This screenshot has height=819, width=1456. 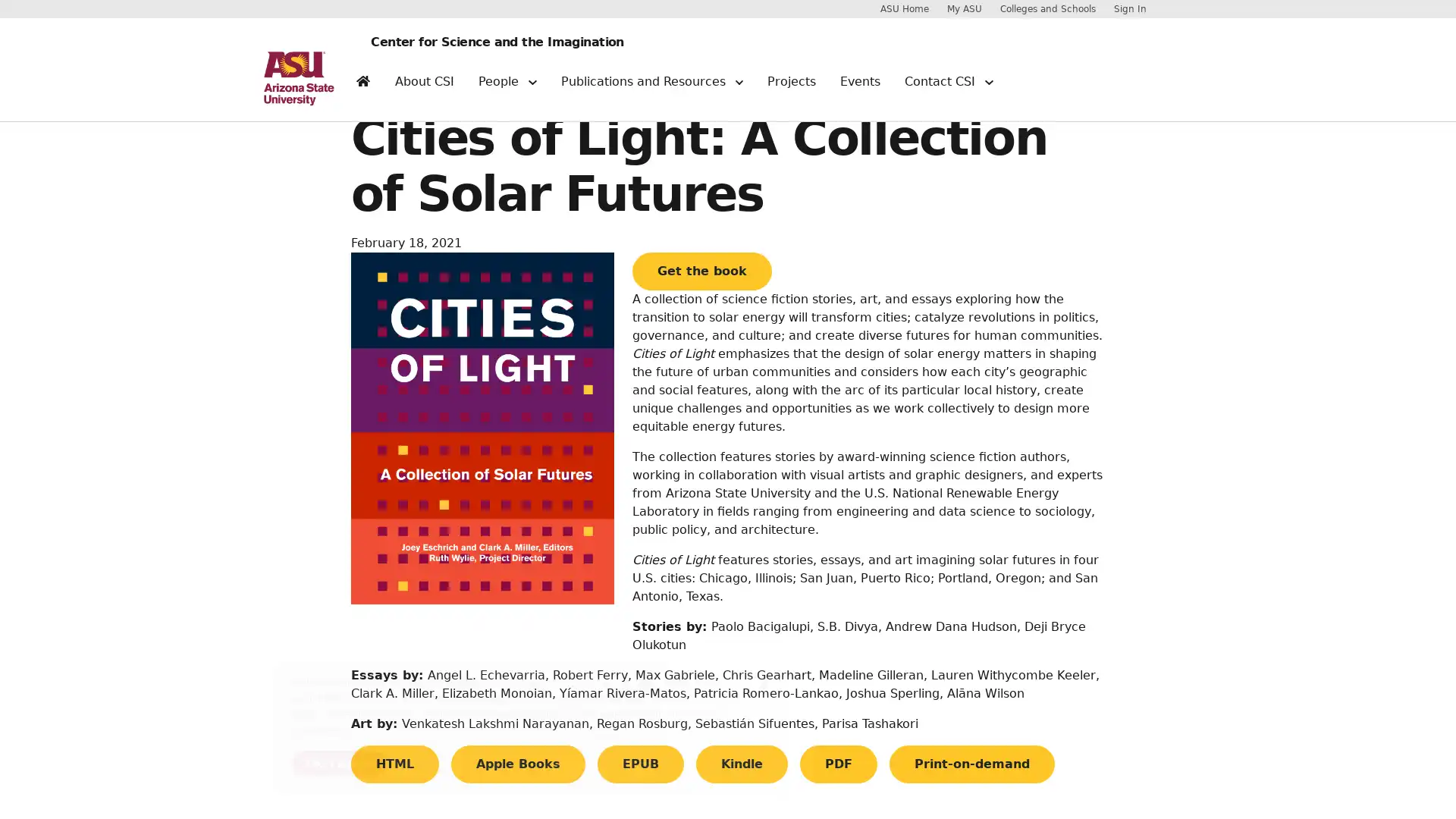 What do you see at coordinates (338, 763) in the screenshot?
I see `Accept cookies` at bounding box center [338, 763].